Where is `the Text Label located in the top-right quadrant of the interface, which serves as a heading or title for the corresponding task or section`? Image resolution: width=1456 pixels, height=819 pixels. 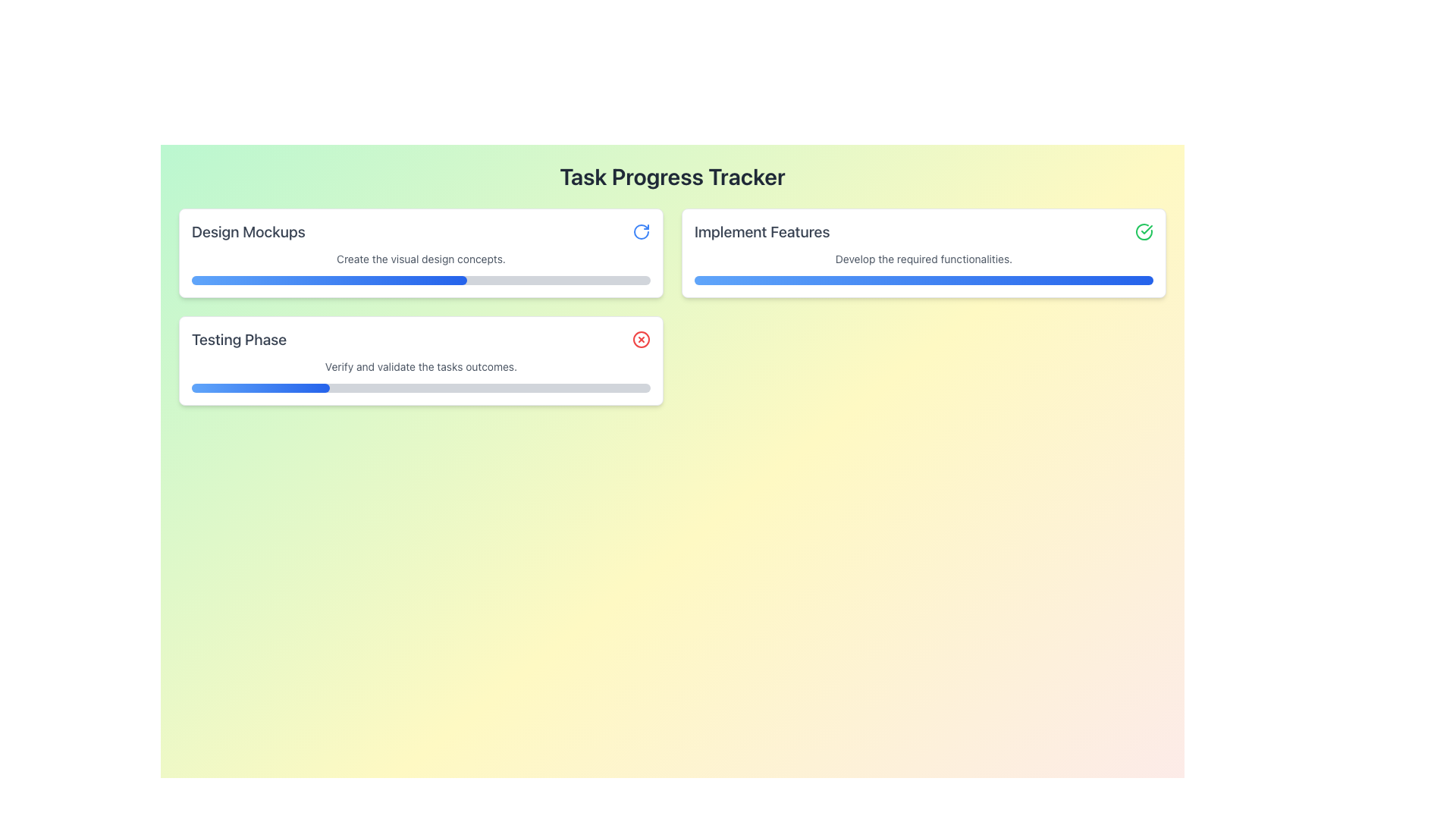
the Text Label located in the top-right quadrant of the interface, which serves as a heading or title for the corresponding task or section is located at coordinates (762, 231).